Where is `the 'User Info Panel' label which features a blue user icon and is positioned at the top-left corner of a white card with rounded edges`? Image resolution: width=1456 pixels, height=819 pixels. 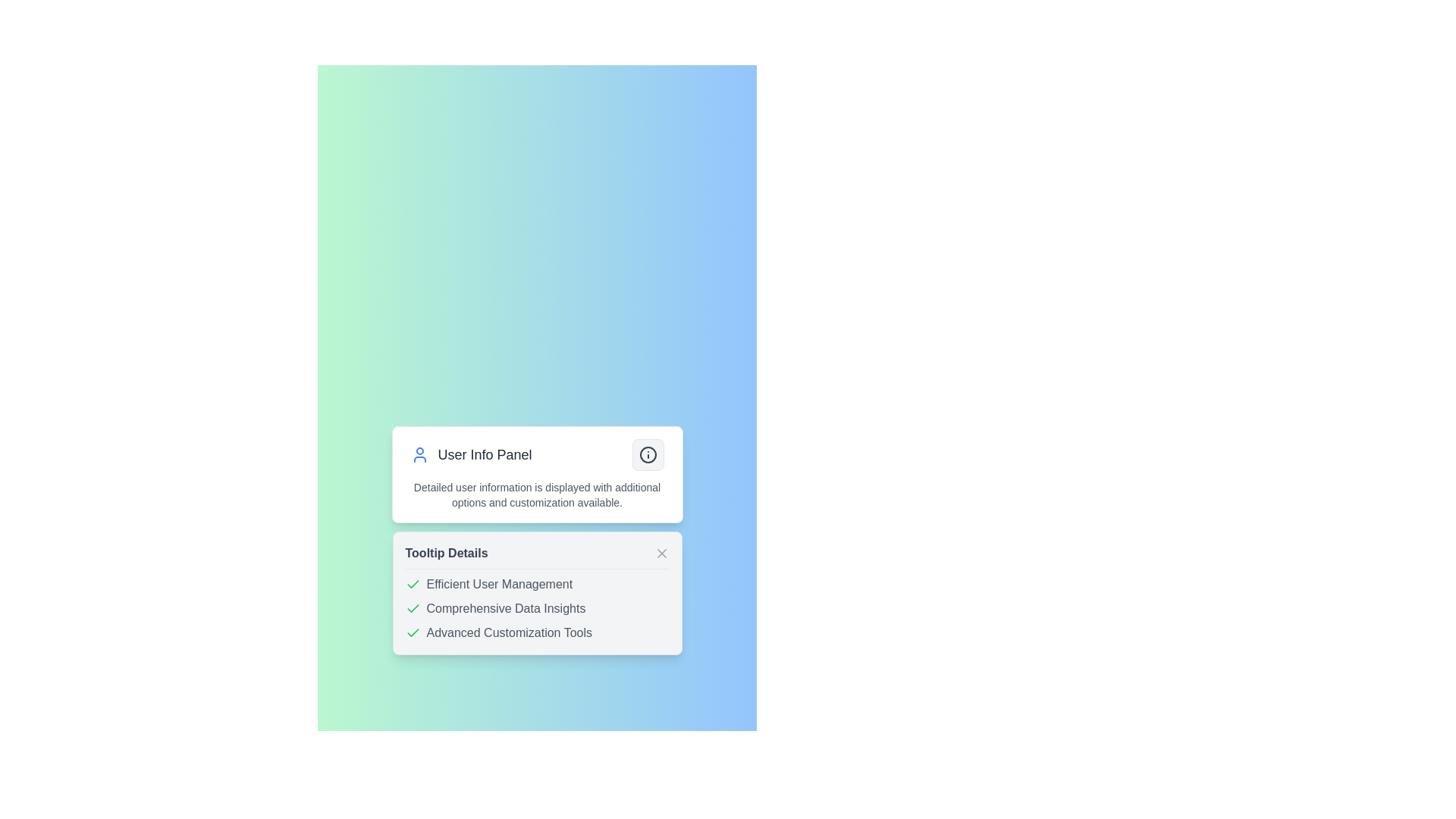 the 'User Info Panel' label which features a blue user icon and is positioned at the top-left corner of a white card with rounded edges is located at coordinates (470, 454).